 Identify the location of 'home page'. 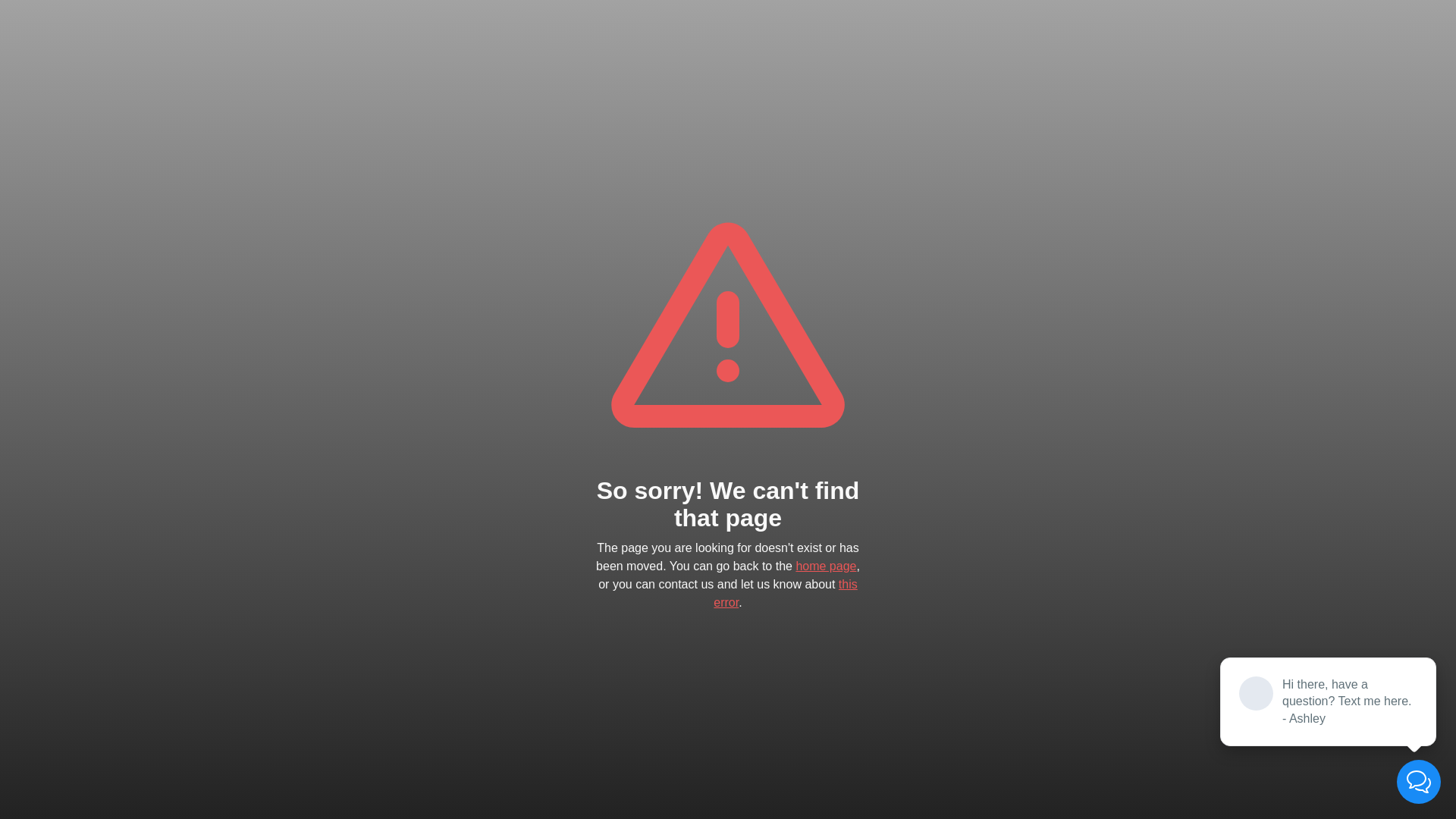
(825, 566).